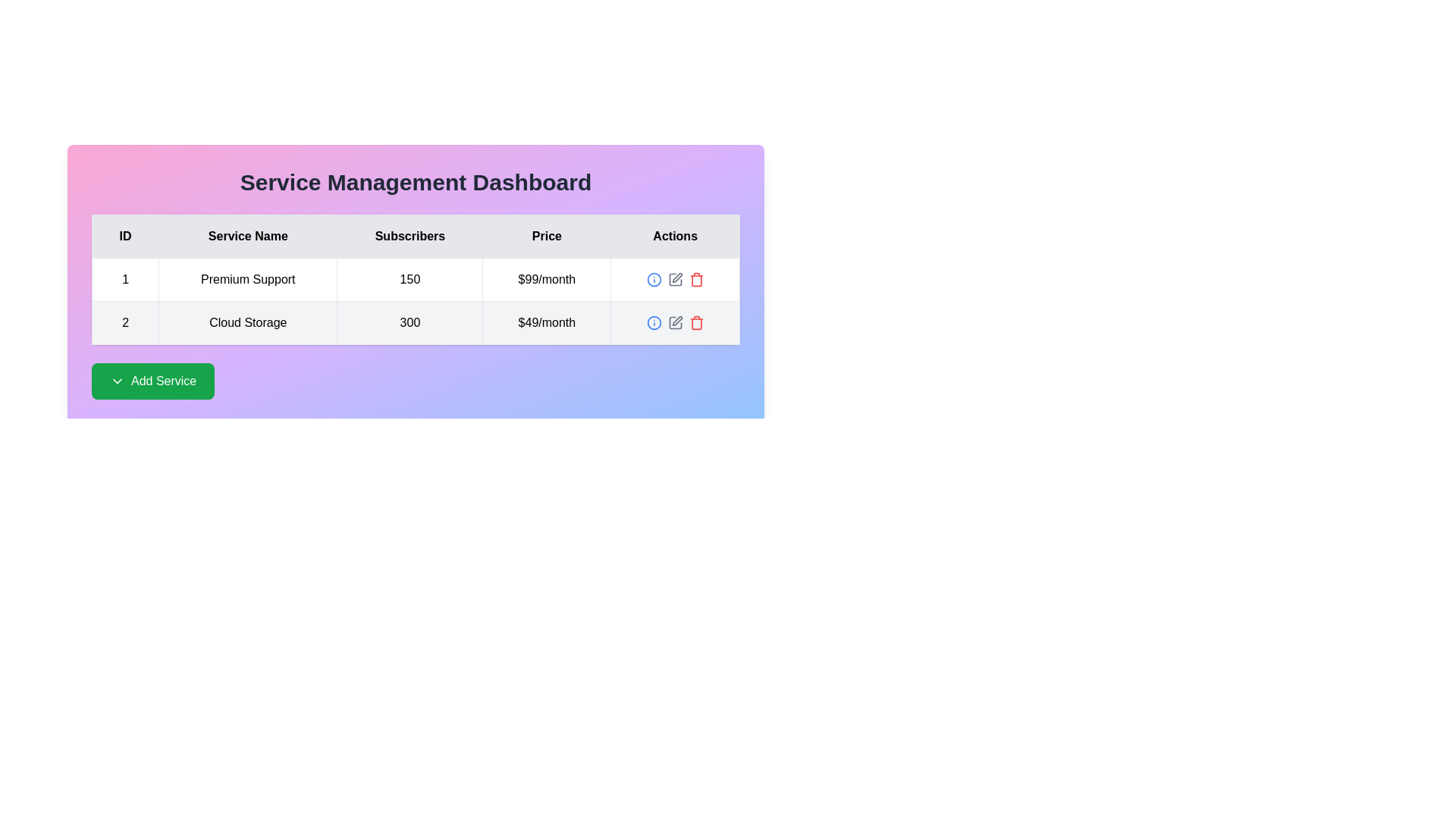 Image resolution: width=1456 pixels, height=819 pixels. I want to click on the pencil icon in the second row of the 'Actions' column in the 'Service Management Dashboard', so click(676, 278).